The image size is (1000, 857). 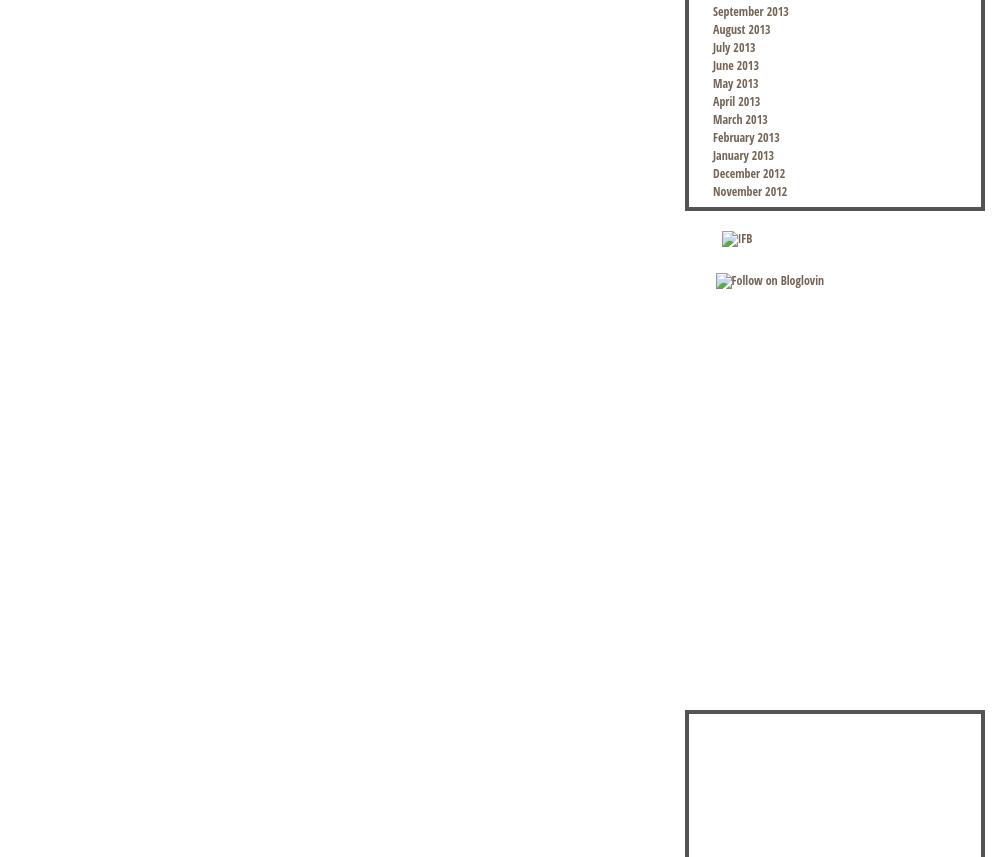 I want to click on 'December 2012', so click(x=748, y=173).